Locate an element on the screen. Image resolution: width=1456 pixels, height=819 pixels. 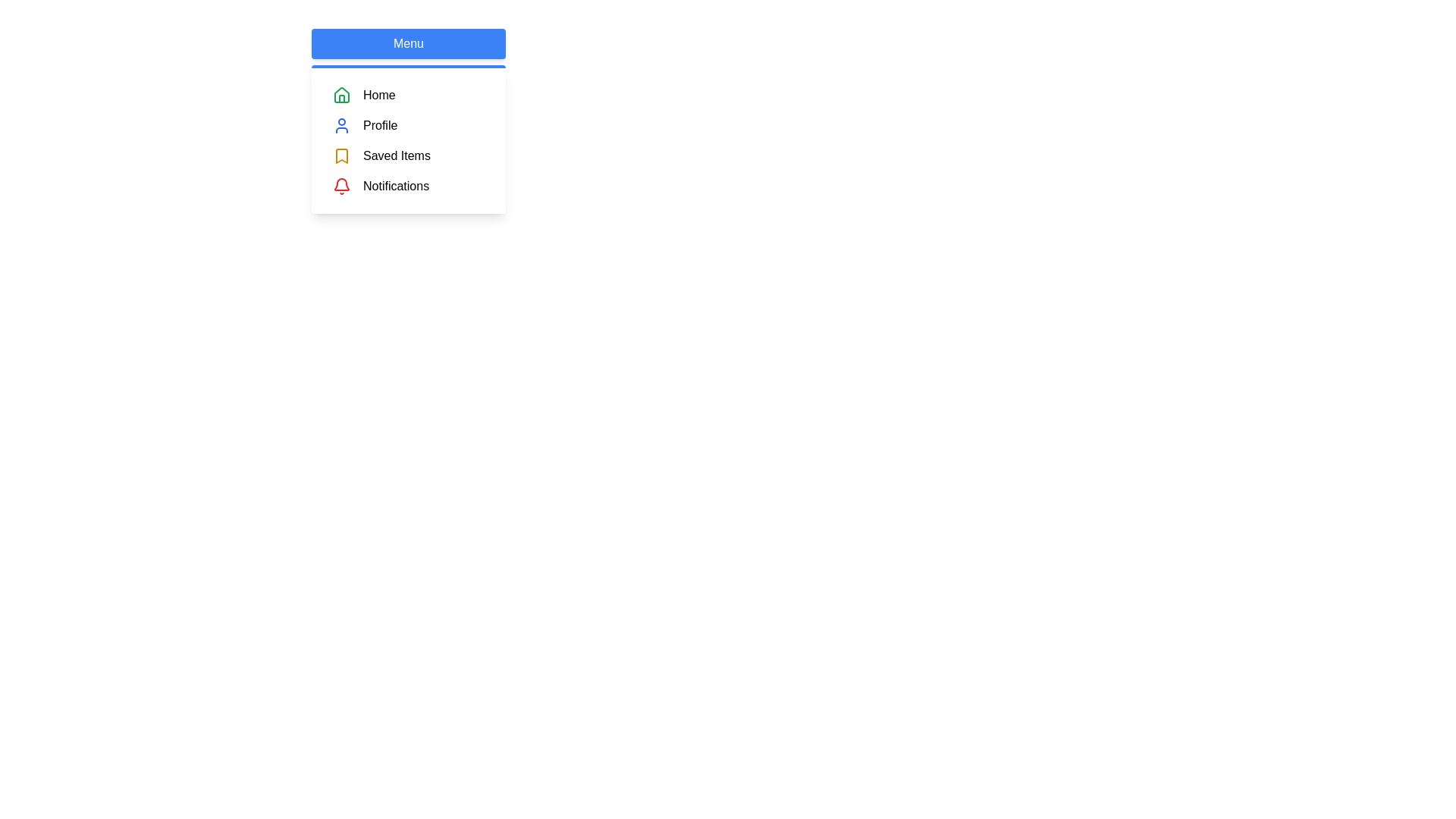
the menu item corresponding to Home is located at coordinates (331, 96).